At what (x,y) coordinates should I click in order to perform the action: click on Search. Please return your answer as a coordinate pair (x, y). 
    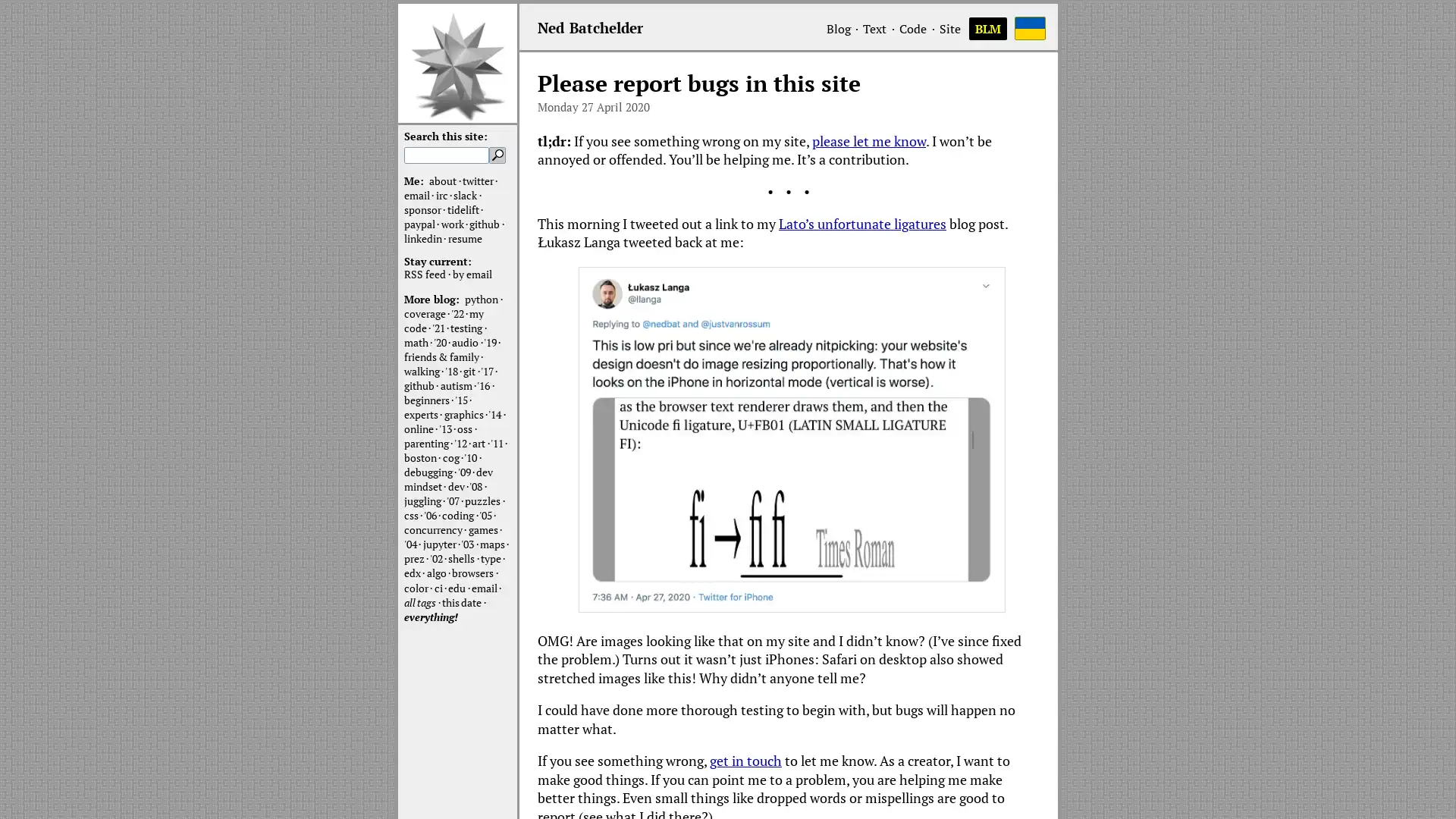
    Looking at the image, I should click on (497, 155).